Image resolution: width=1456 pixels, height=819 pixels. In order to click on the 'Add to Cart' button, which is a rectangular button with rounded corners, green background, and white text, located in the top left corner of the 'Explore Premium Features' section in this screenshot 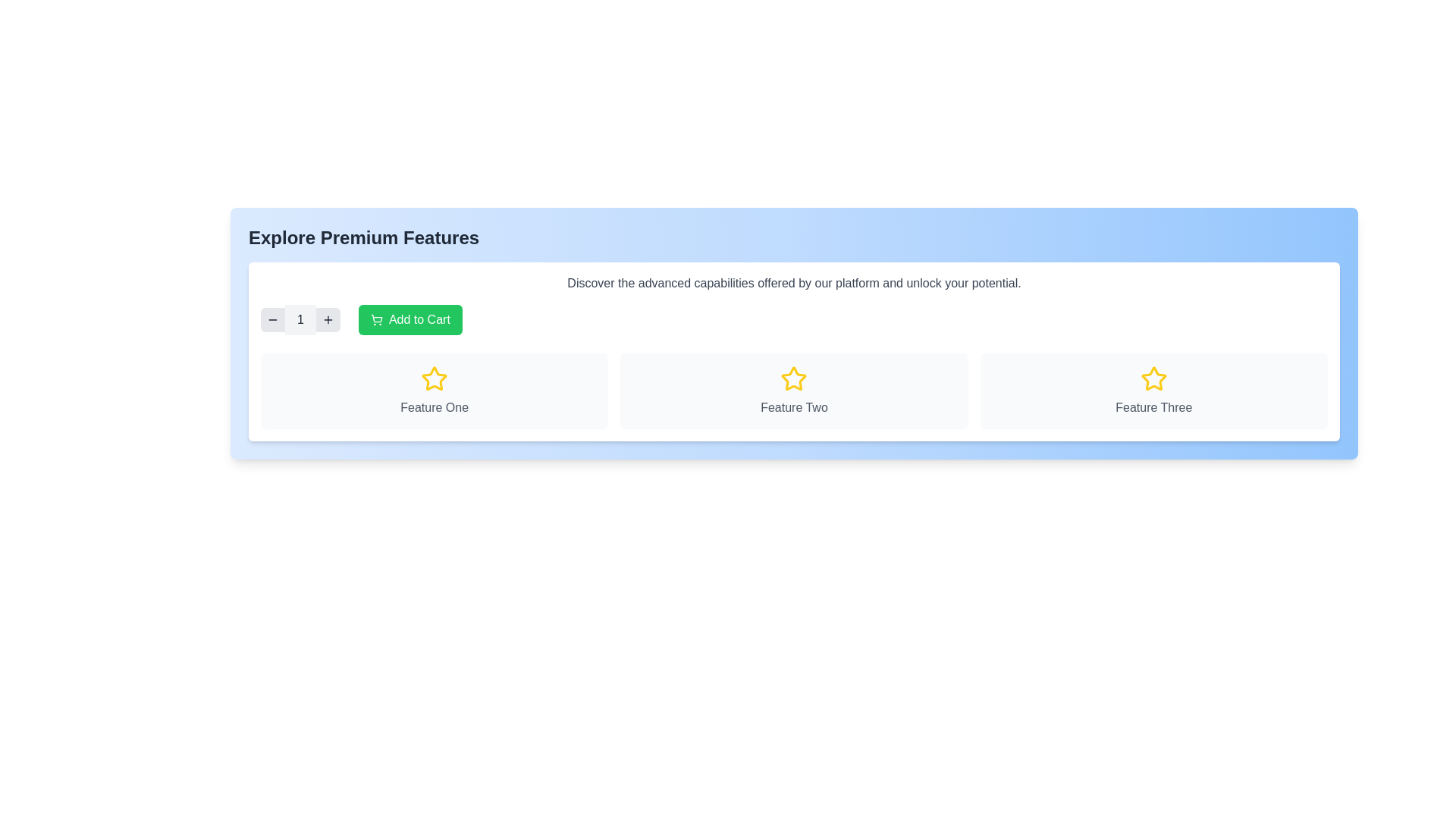, I will do `click(410, 318)`.